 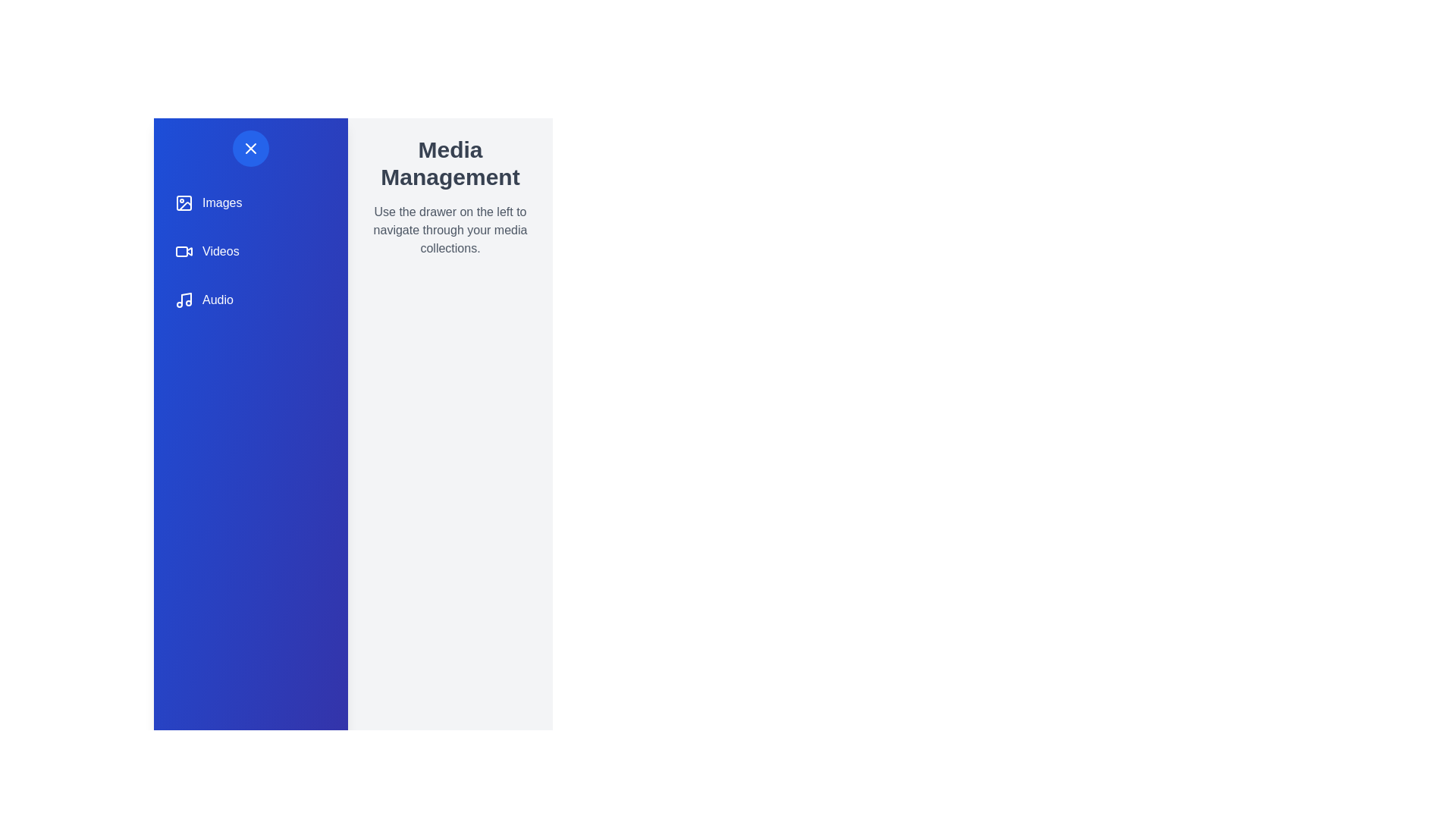 I want to click on the close button with an 'X' symbol at the top of the navigation bar, so click(x=251, y=149).